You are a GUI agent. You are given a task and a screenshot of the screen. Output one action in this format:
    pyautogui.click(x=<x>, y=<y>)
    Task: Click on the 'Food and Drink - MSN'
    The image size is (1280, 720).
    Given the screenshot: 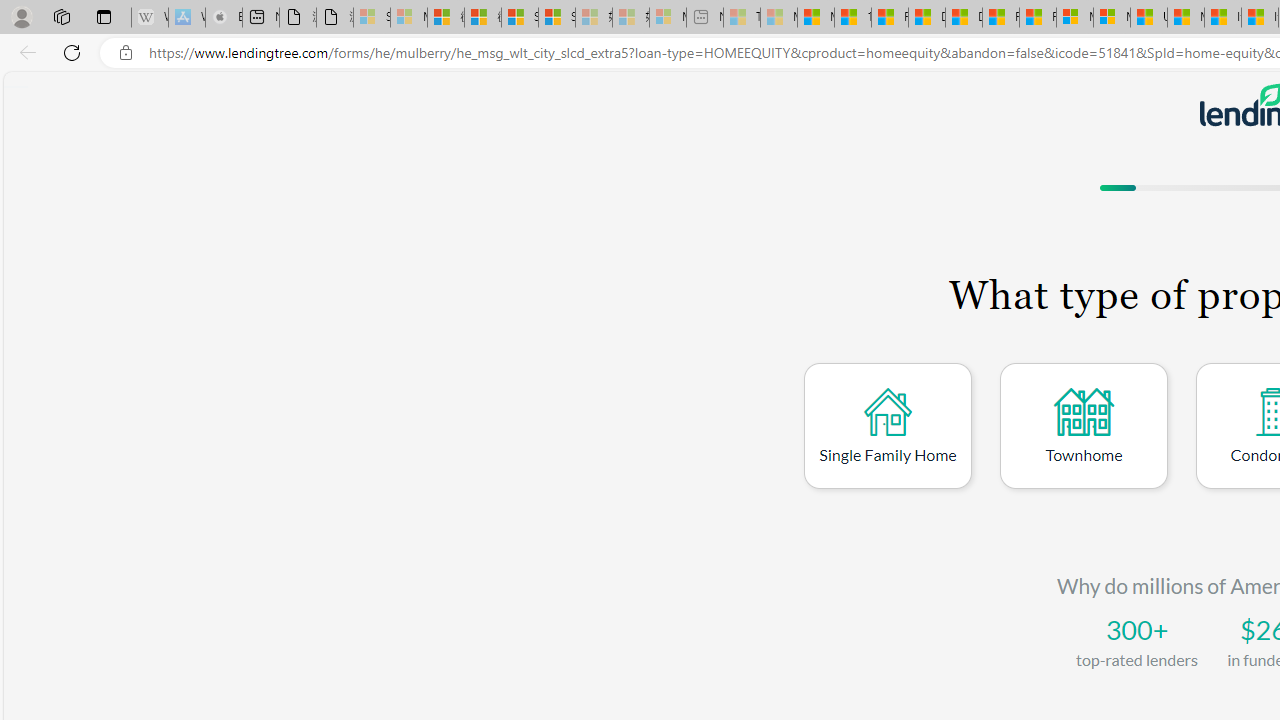 What is the action you would take?
    pyautogui.click(x=888, y=17)
    